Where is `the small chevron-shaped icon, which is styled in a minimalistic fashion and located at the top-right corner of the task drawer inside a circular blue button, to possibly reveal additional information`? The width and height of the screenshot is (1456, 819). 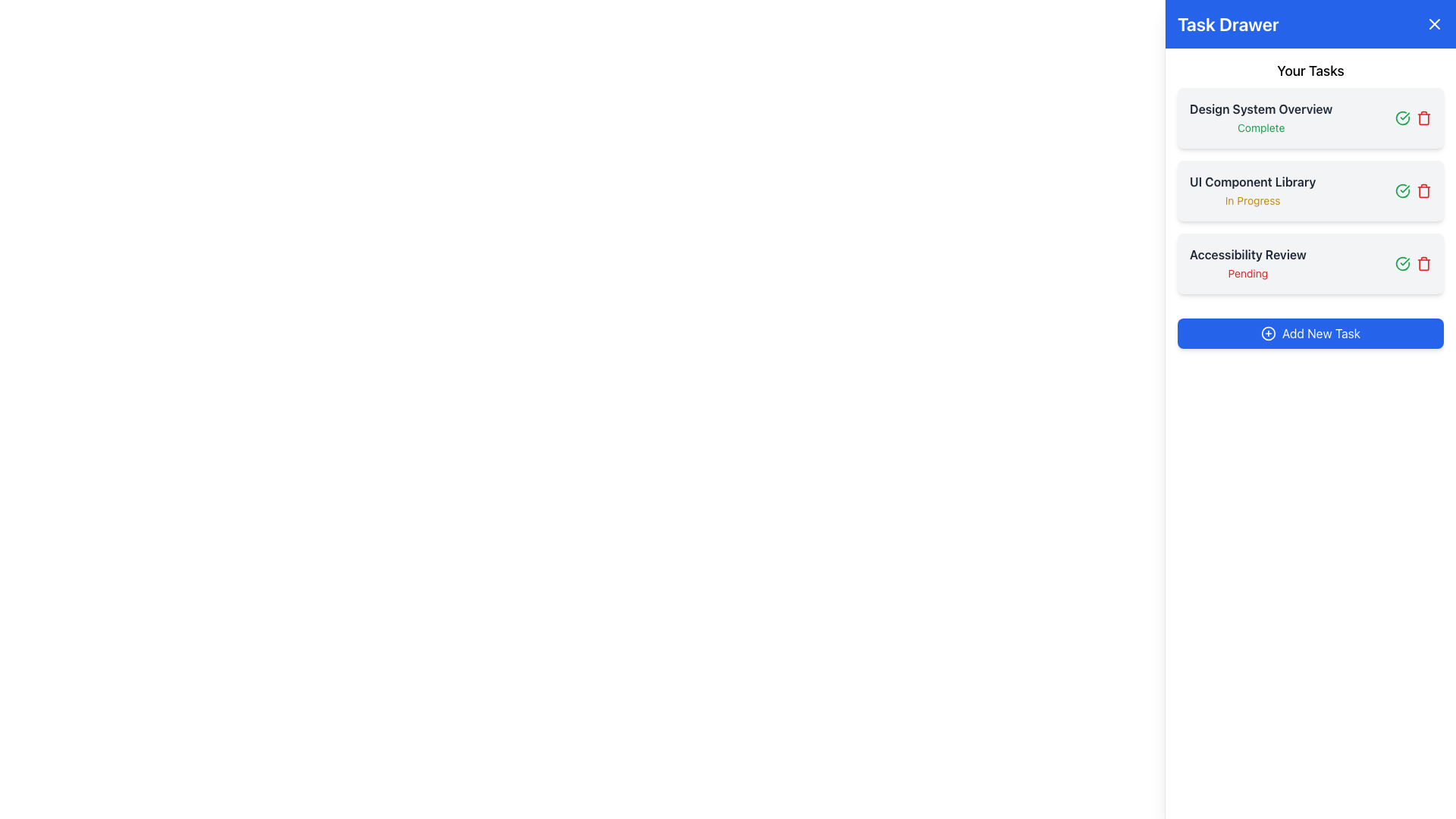 the small chevron-shaped icon, which is styled in a minimalistic fashion and located at the top-right corner of the task drawer inside a circular blue button, to possibly reveal additional information is located at coordinates (1425, 30).